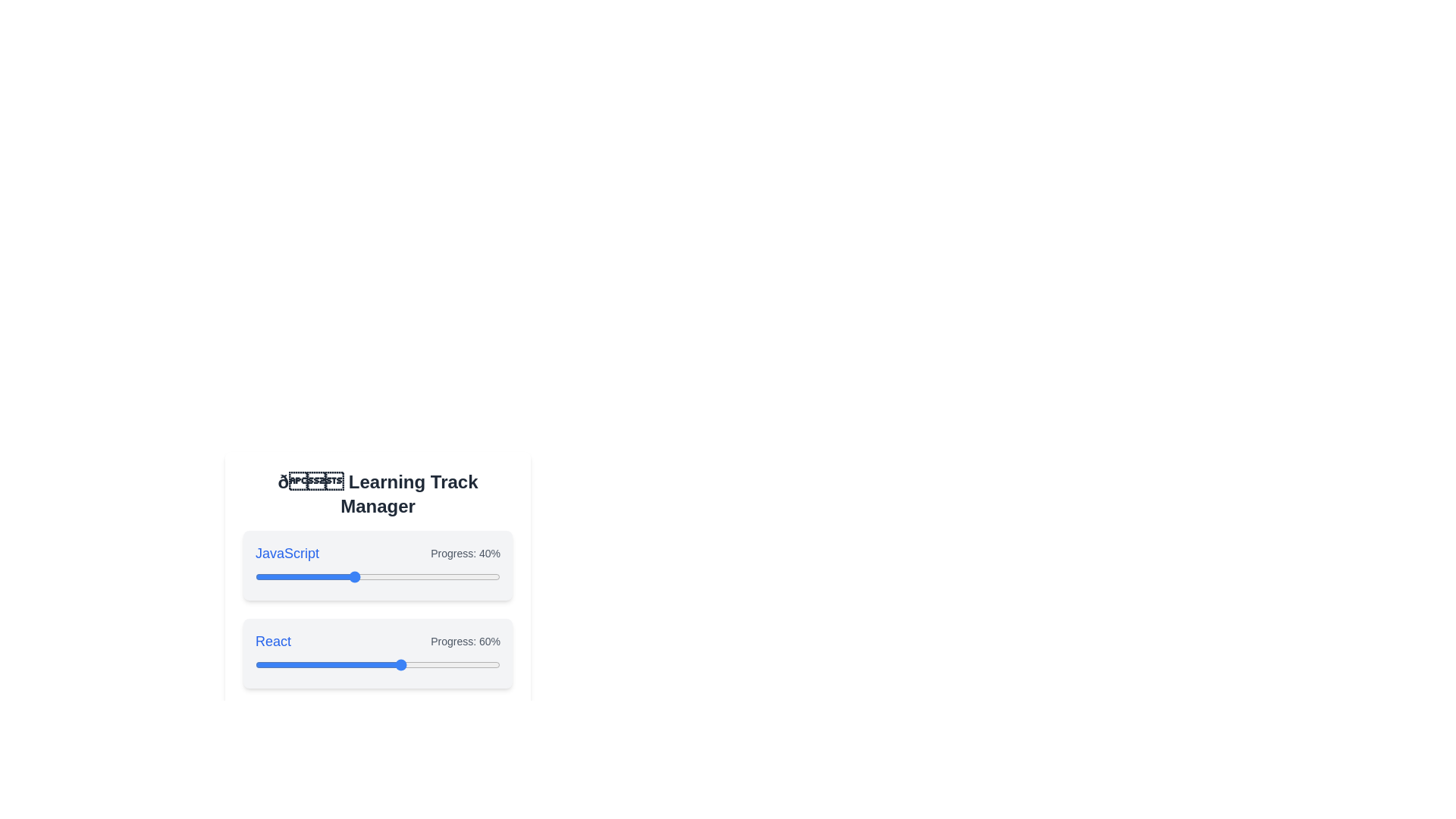  I want to click on the progress, so click(343, 664).